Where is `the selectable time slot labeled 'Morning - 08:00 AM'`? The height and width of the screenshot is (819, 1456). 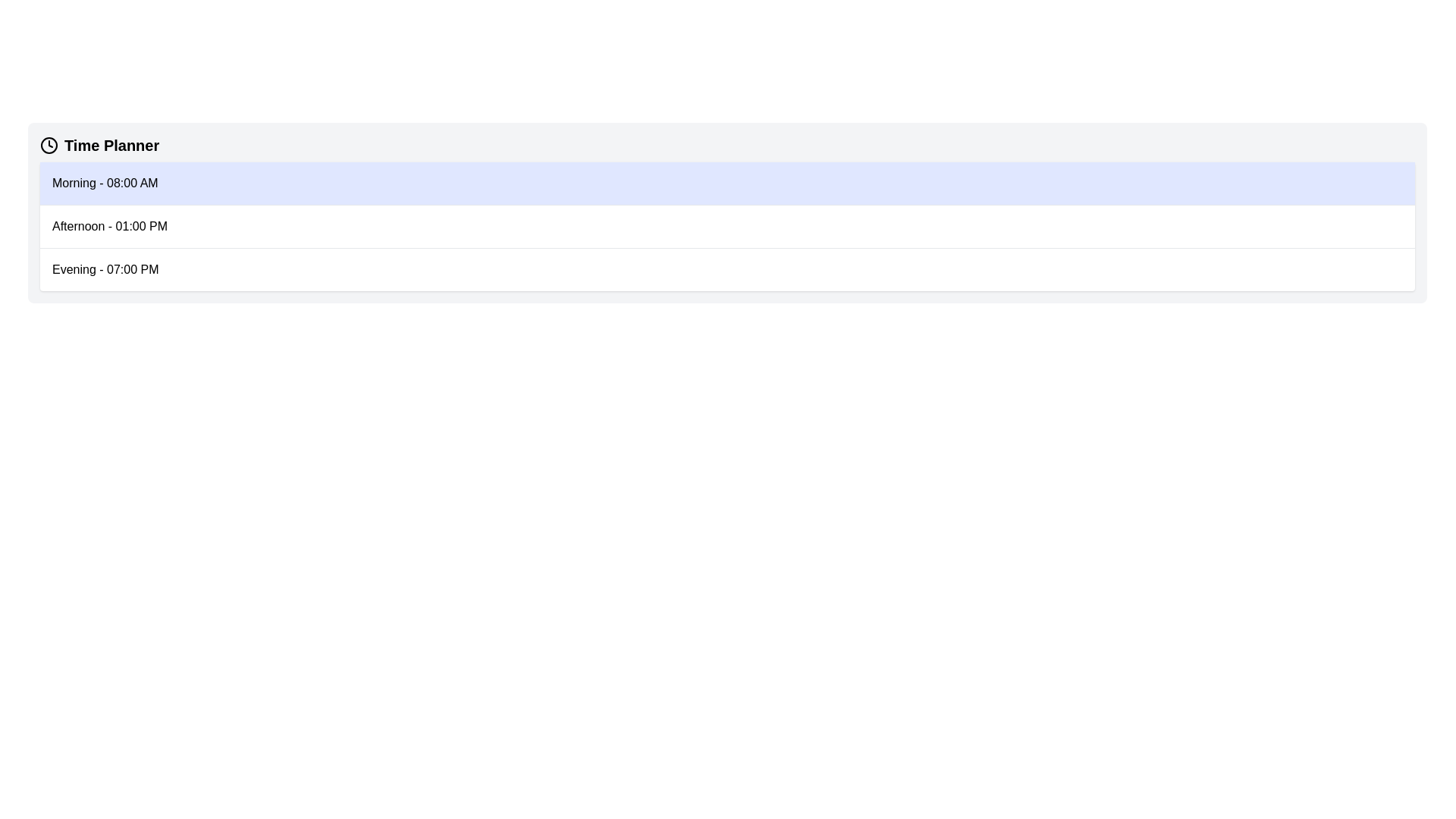
the selectable time slot labeled 'Morning - 08:00 AM' is located at coordinates (726, 183).